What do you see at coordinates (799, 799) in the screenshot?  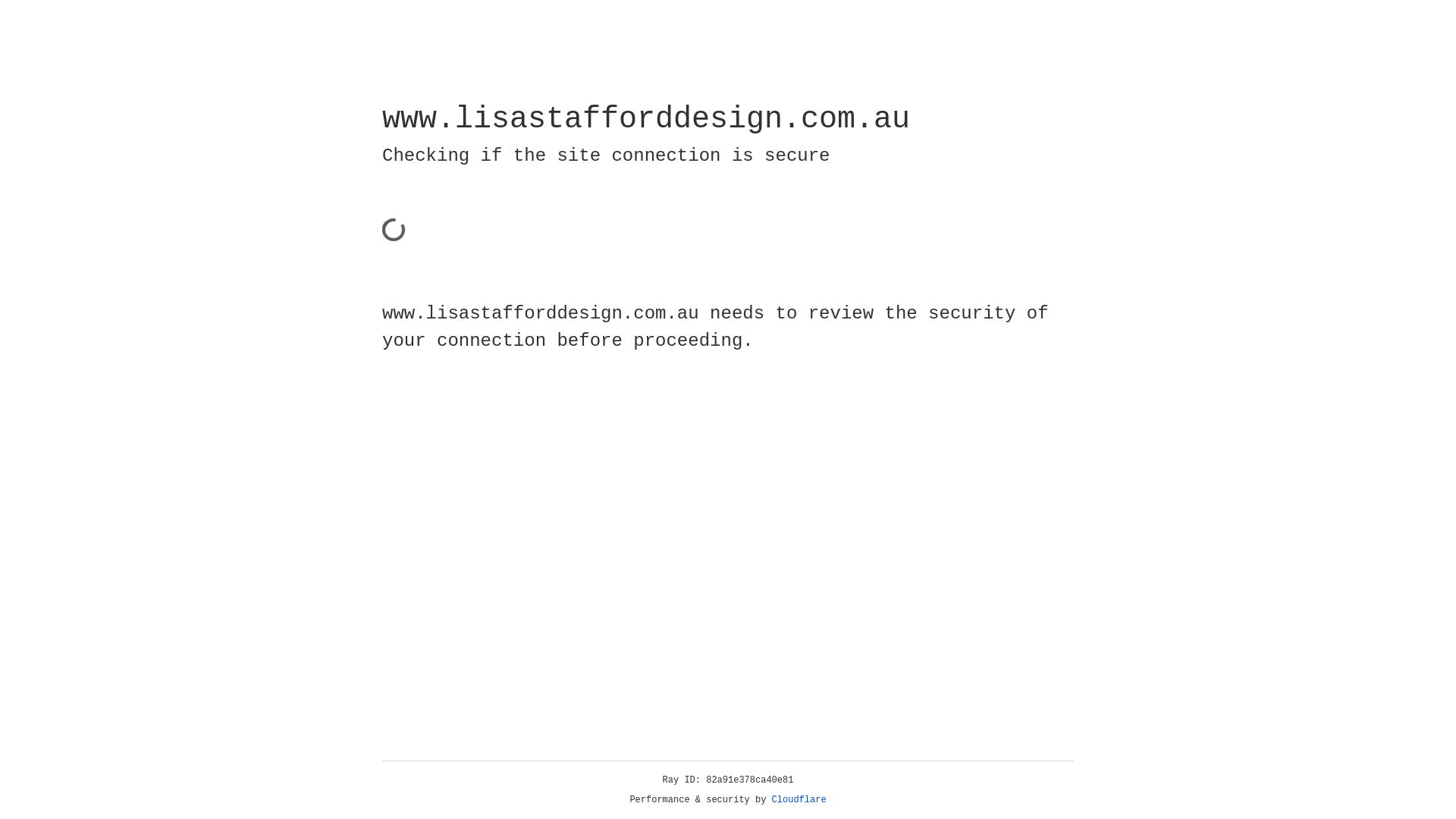 I see `'Cloudflare'` at bounding box center [799, 799].